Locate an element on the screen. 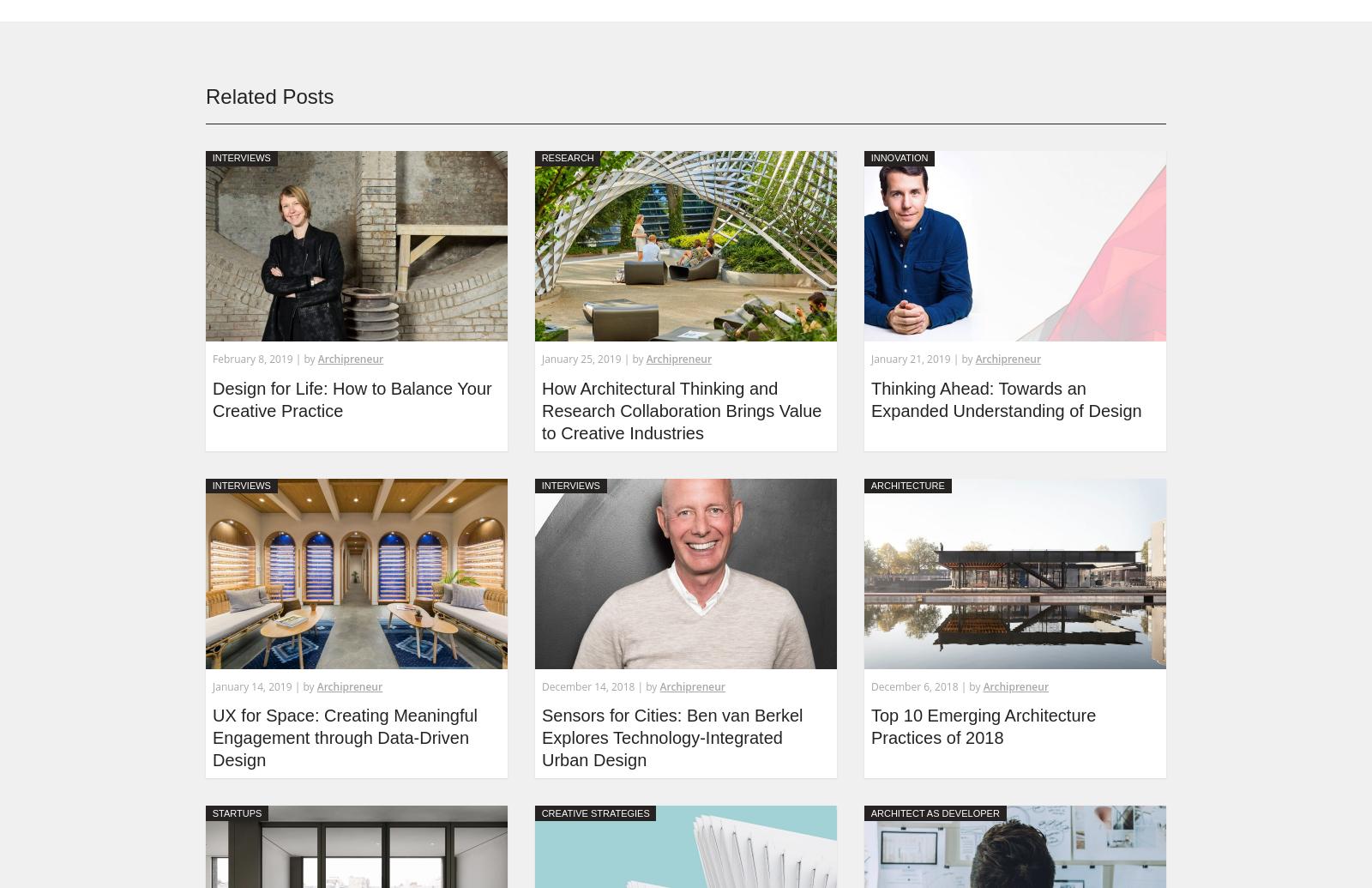 Image resolution: width=1372 pixels, height=888 pixels. 'December 6, 2018 | by' is located at coordinates (926, 685).